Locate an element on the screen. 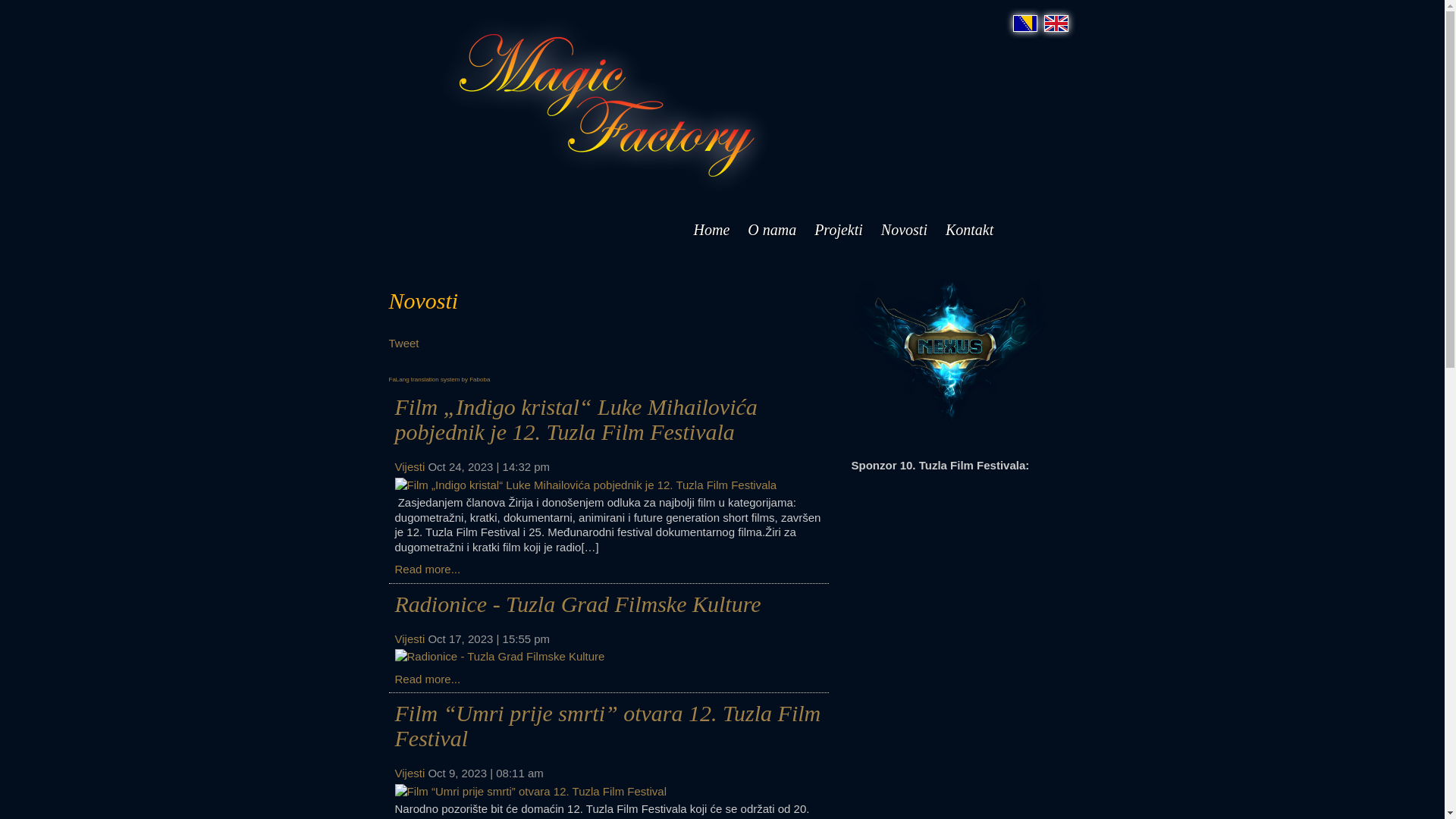 The width and height of the screenshot is (1456, 819). 'Vijesti' is located at coordinates (409, 773).